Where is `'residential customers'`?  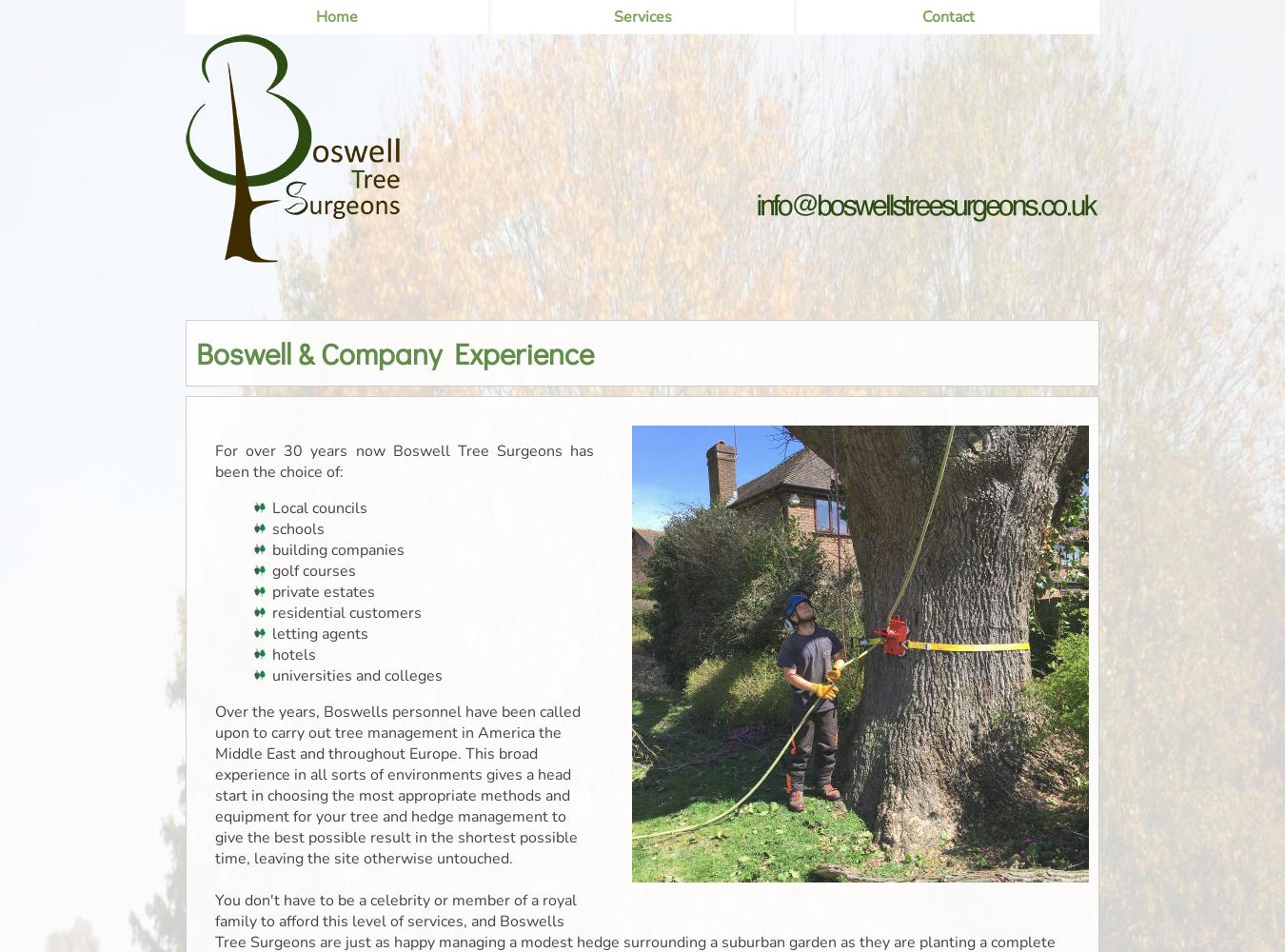 'residential customers' is located at coordinates (346, 613).